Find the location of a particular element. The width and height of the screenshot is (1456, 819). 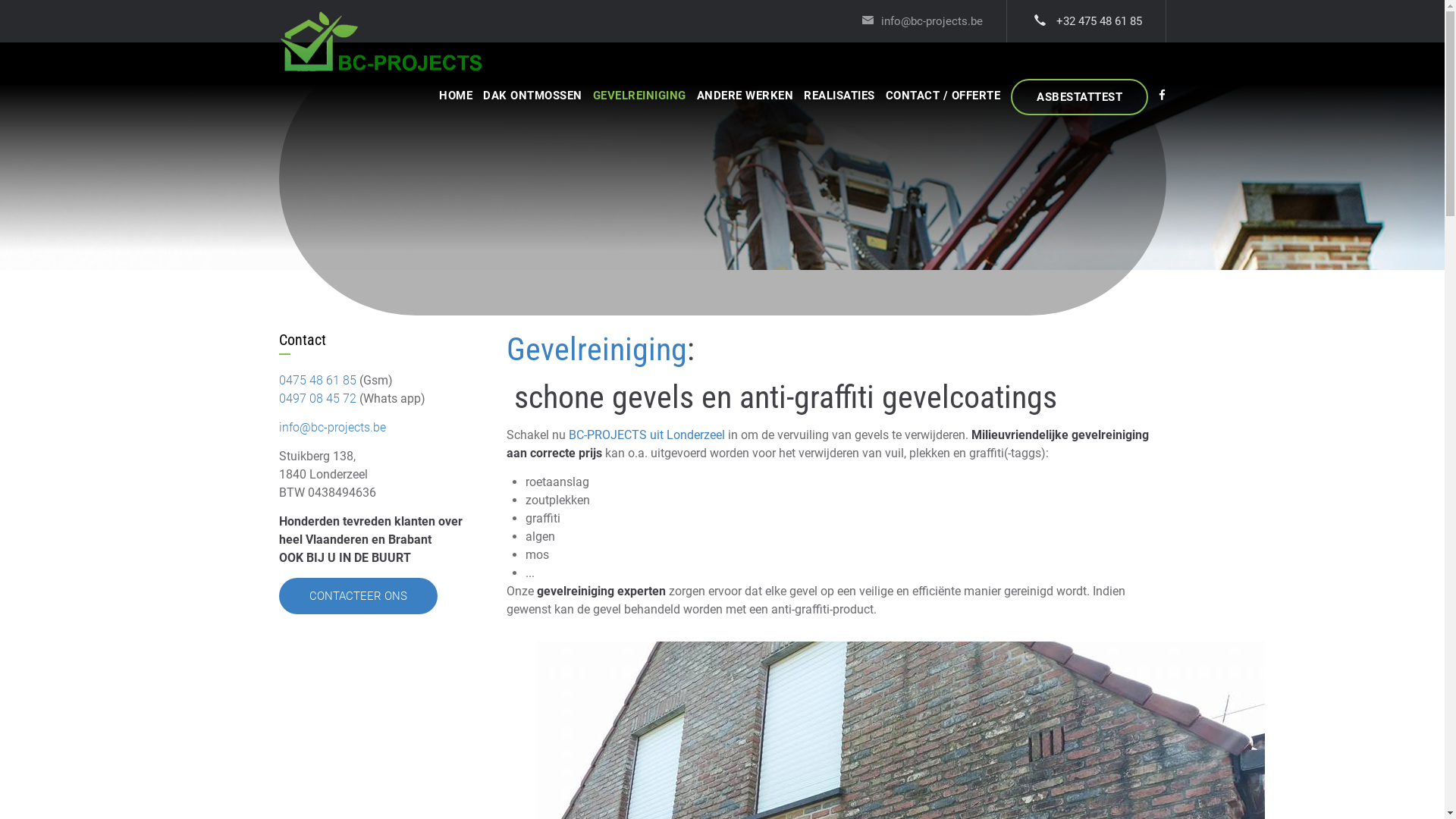

'DAK ONTMOSSEN' is located at coordinates (482, 96).